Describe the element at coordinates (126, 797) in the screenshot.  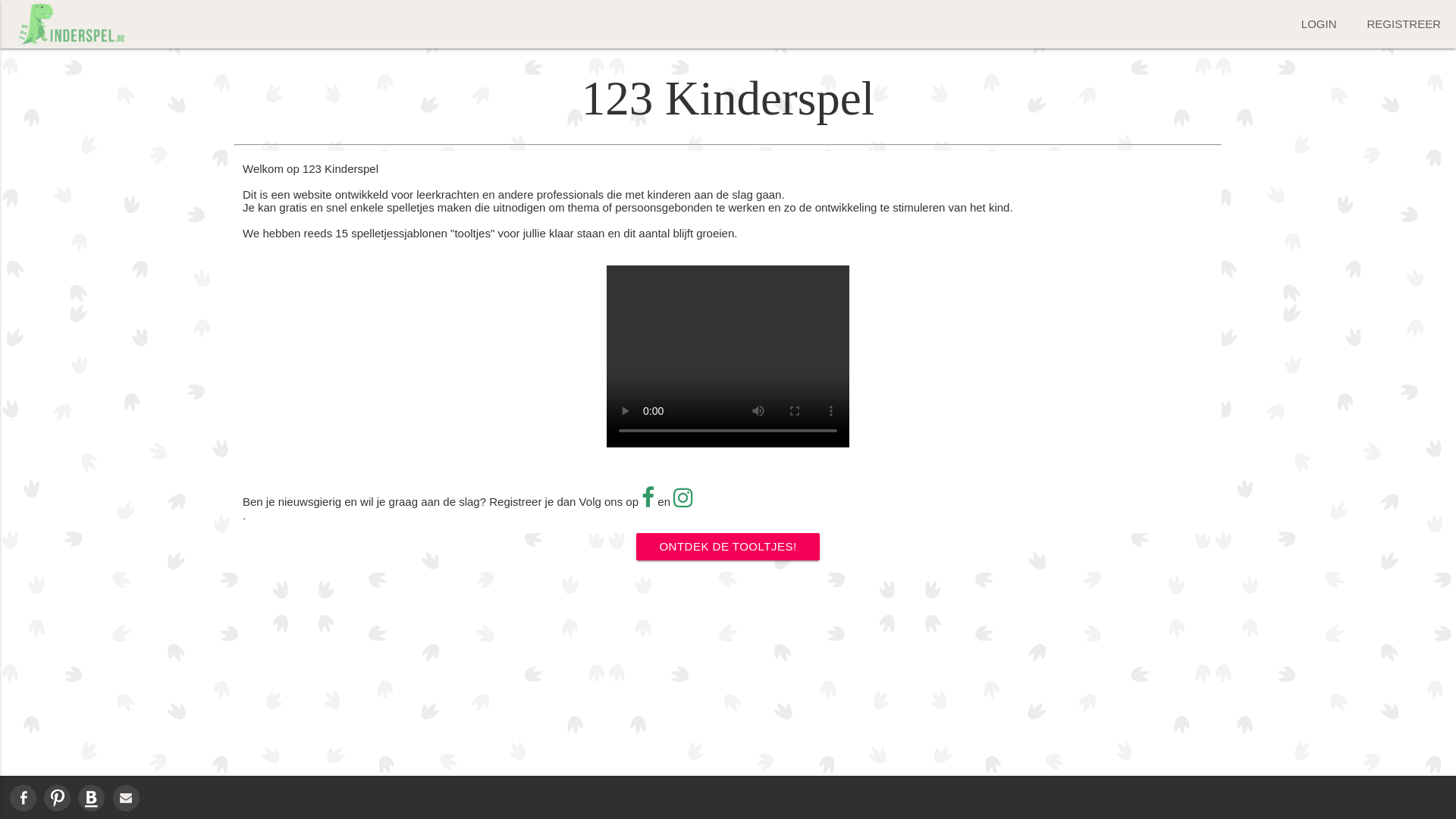
I see `'mail'` at that location.